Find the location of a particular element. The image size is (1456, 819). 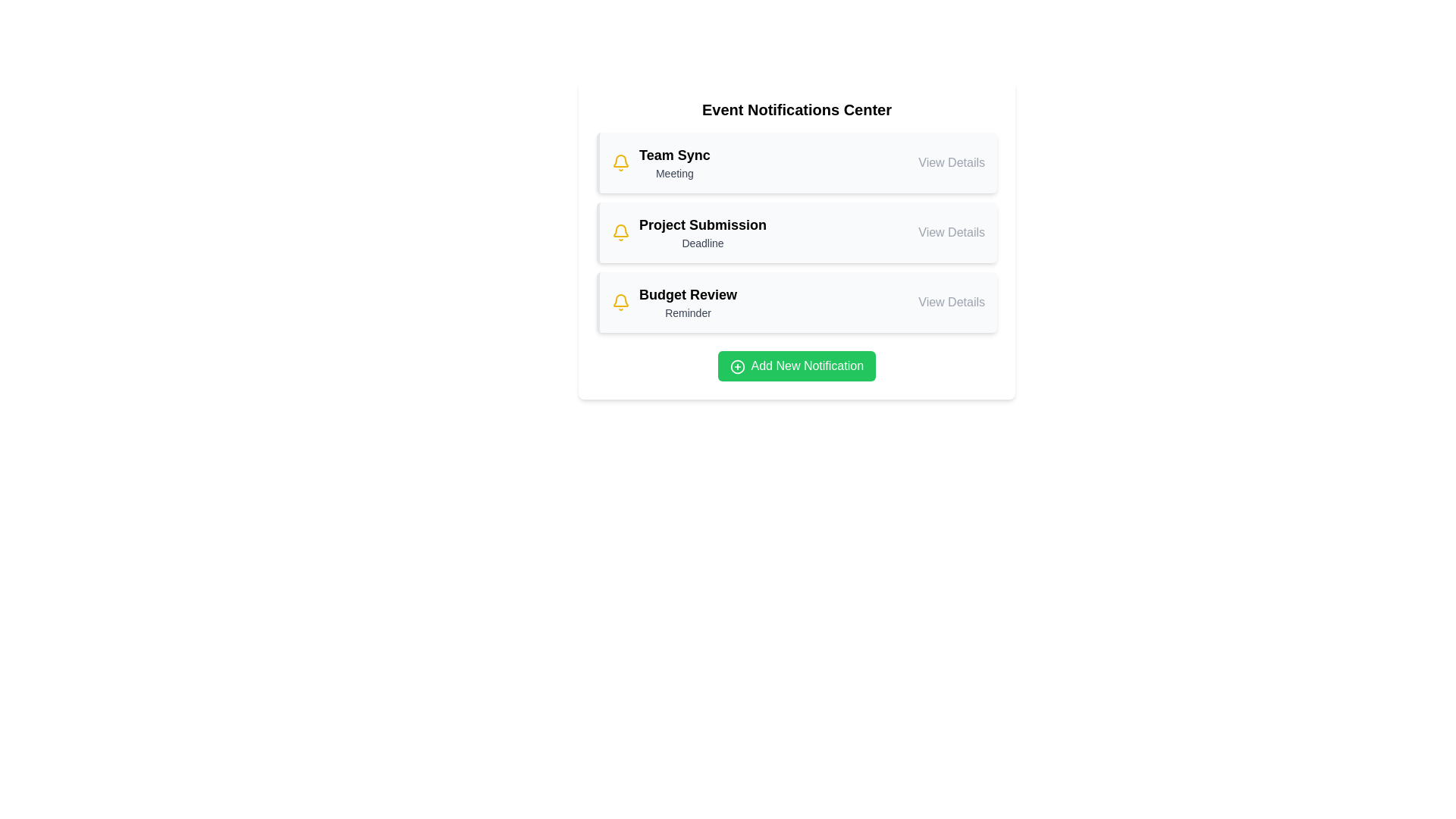

the 'View Details' button located at the far right of the notification row for 'Project Submission' is located at coordinates (951, 233).